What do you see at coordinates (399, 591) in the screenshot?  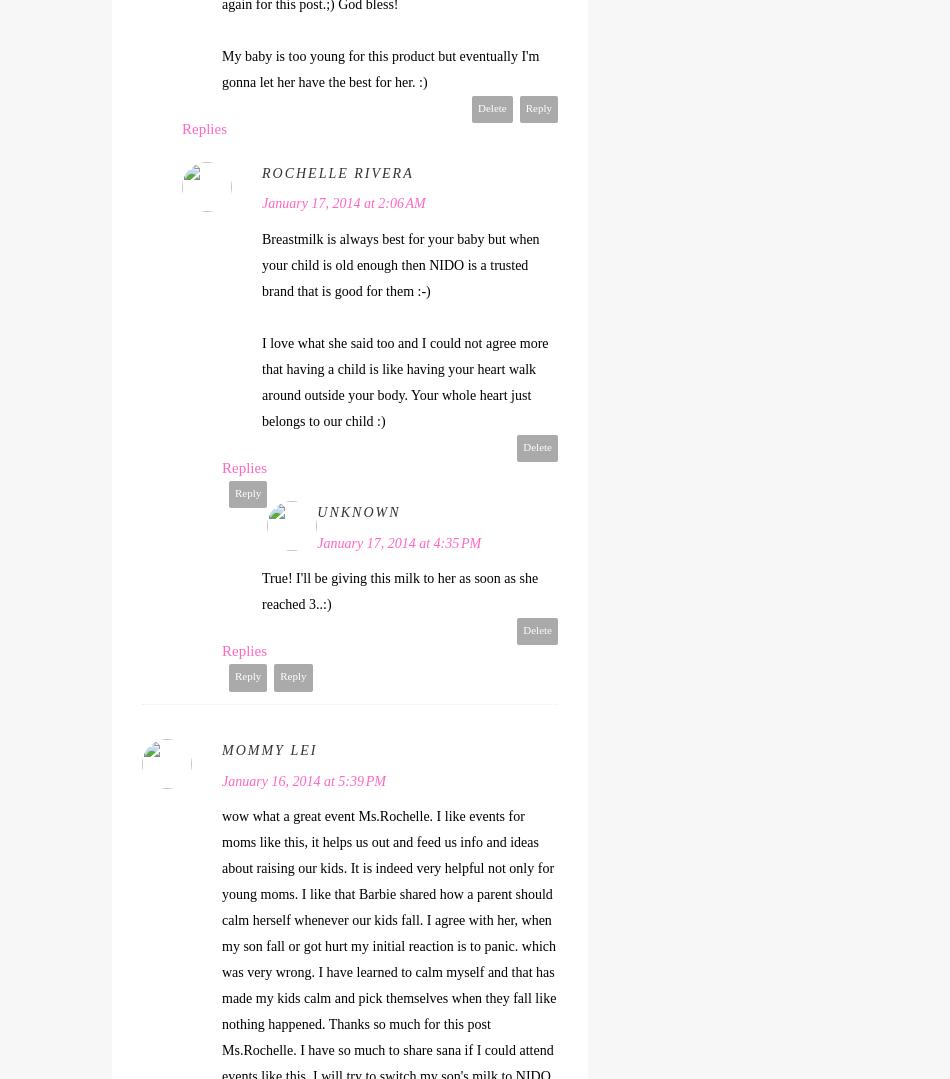 I see `'True! I'll be giving this milk to her as soon as she reached 3..:)'` at bounding box center [399, 591].